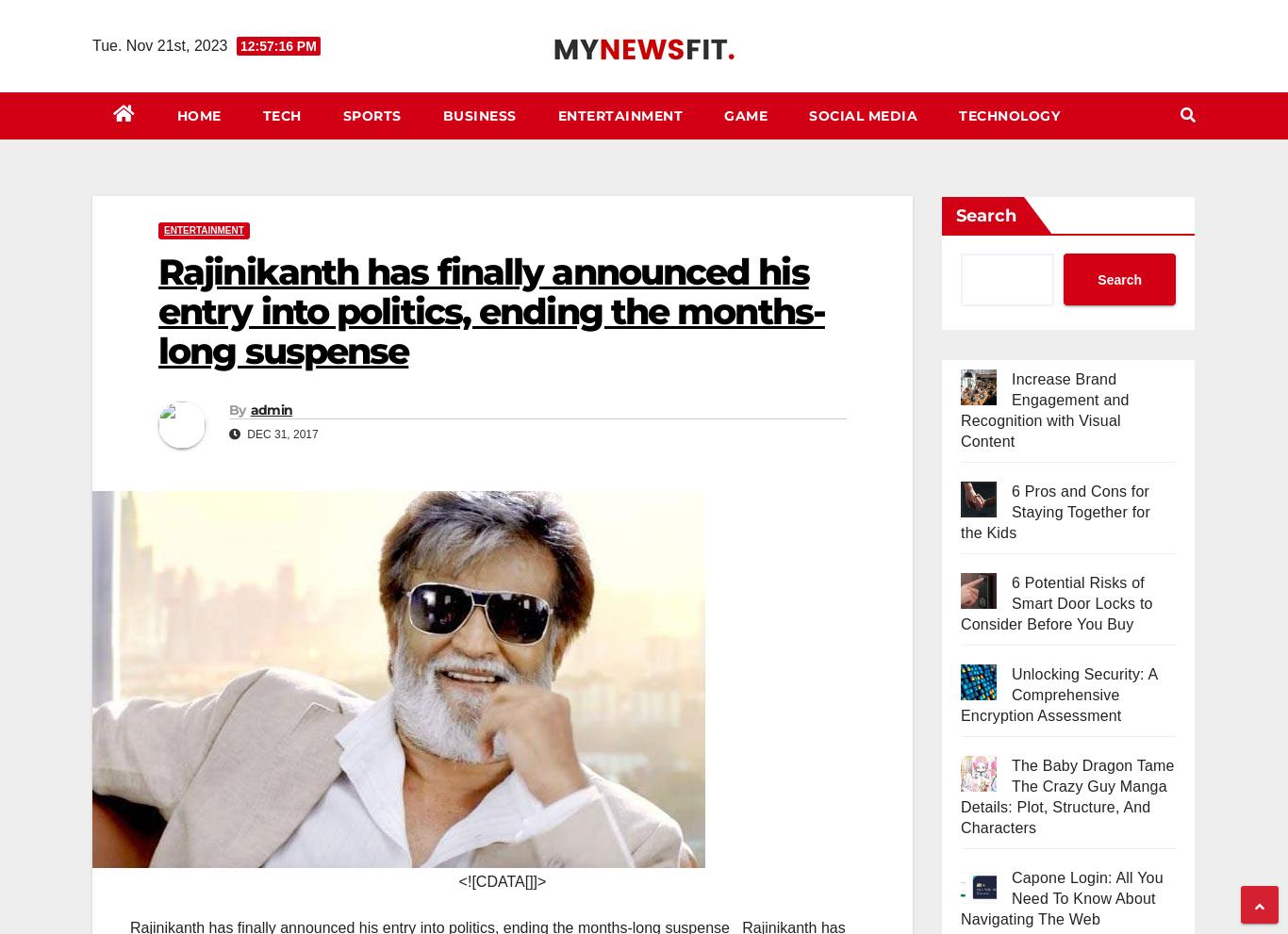  Describe the element at coordinates (479, 114) in the screenshot. I see `'Business'` at that location.